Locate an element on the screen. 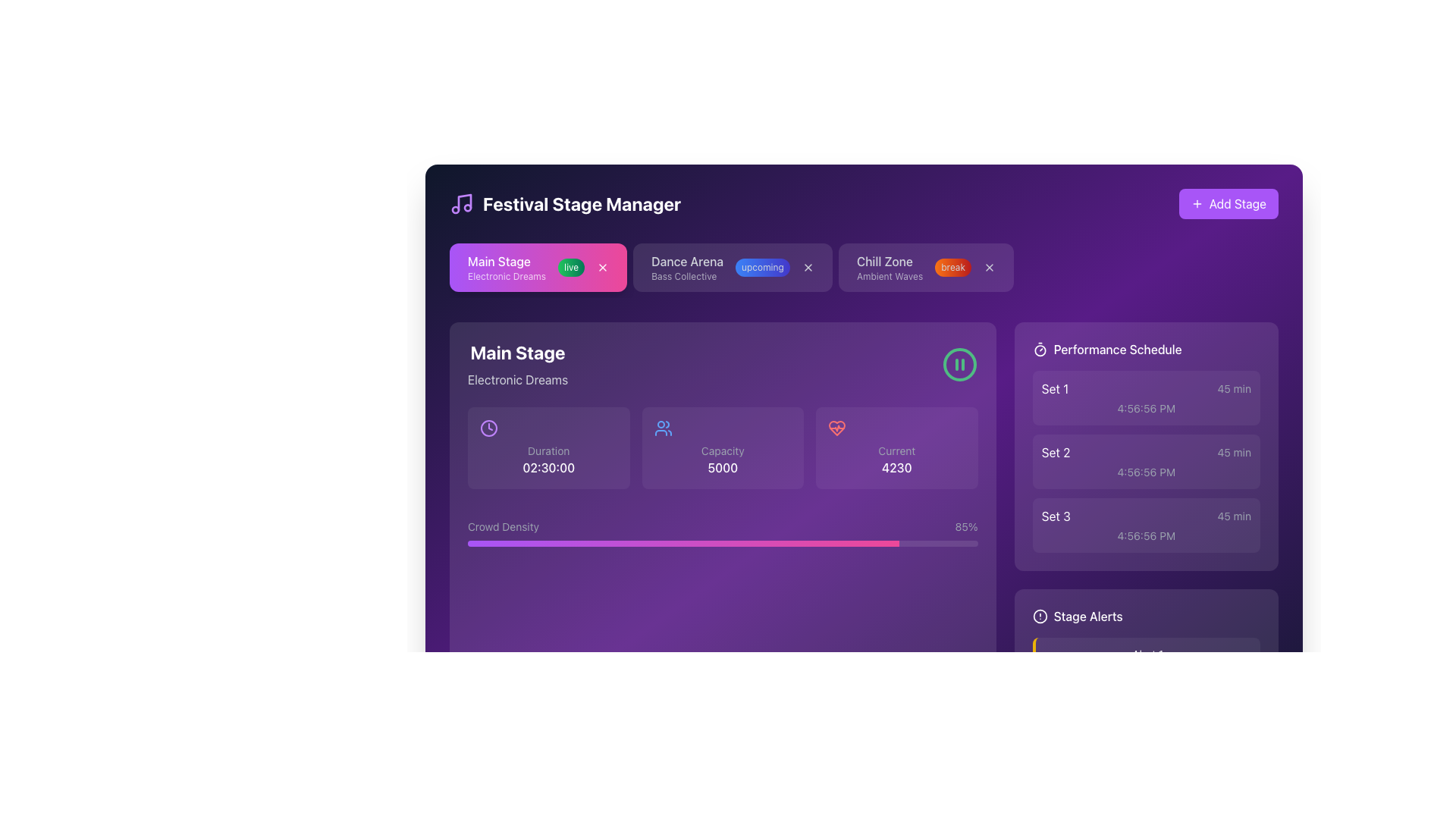  the header labeled 'Festival Stage Manager' located in the top-left corner of the interface is located at coordinates (564, 203).